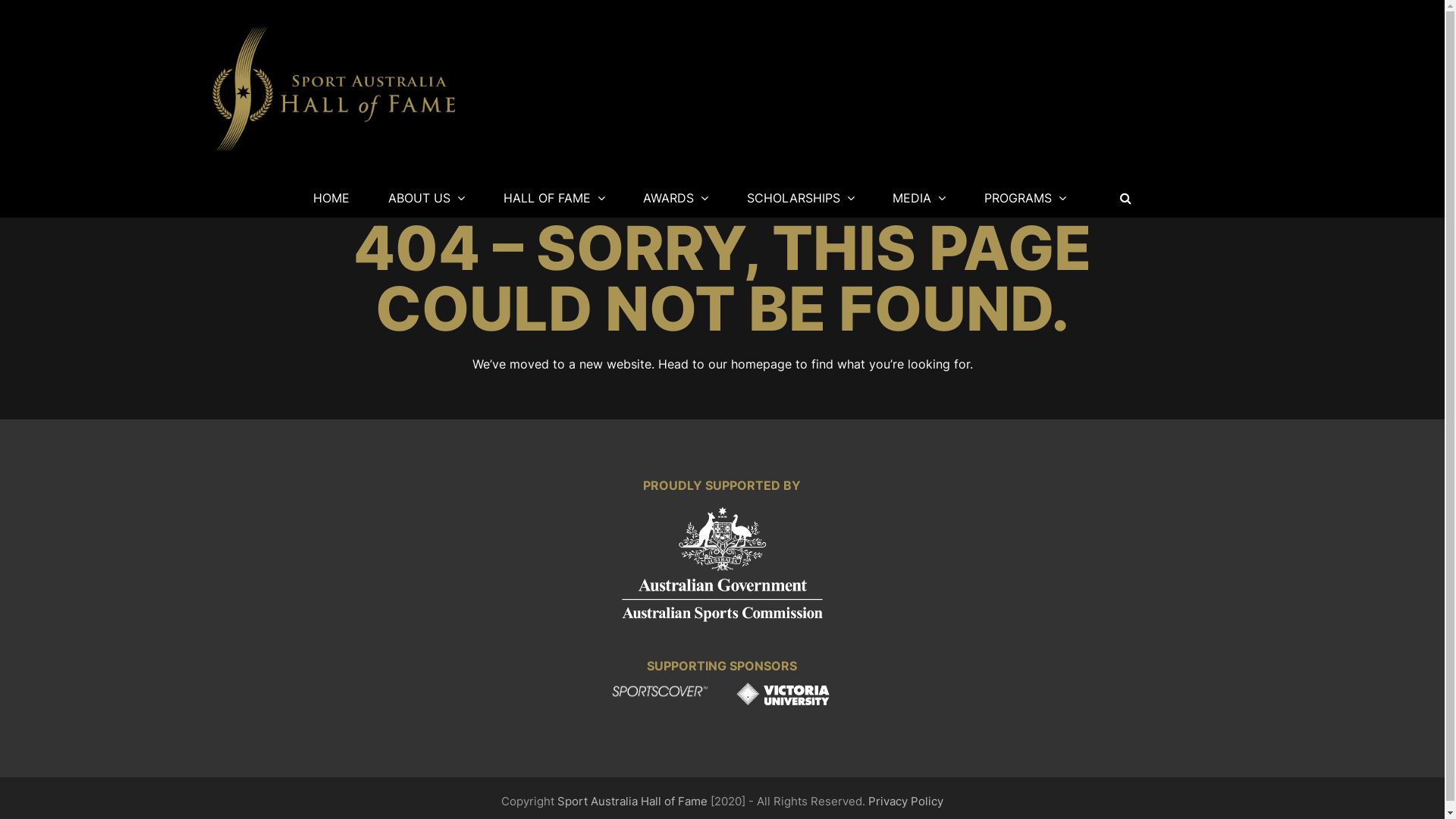 The height and width of the screenshot is (819, 1456). Describe the element at coordinates (675, 197) in the screenshot. I see `'AWARDS'` at that location.